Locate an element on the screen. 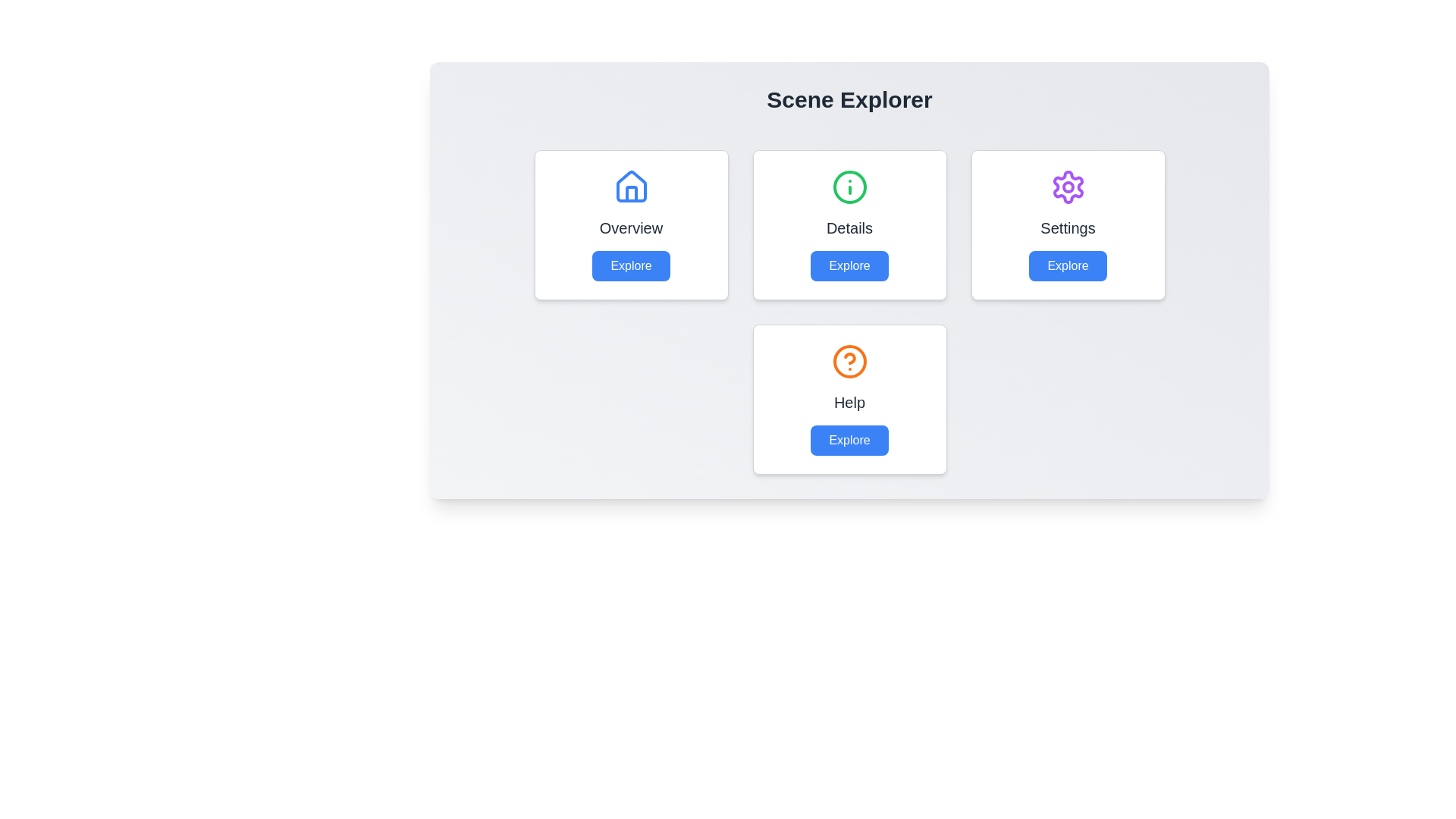  the textual heading 'Scene Explorer' which is prominently displayed in bold, large font at the top-center of the interface is located at coordinates (849, 99).